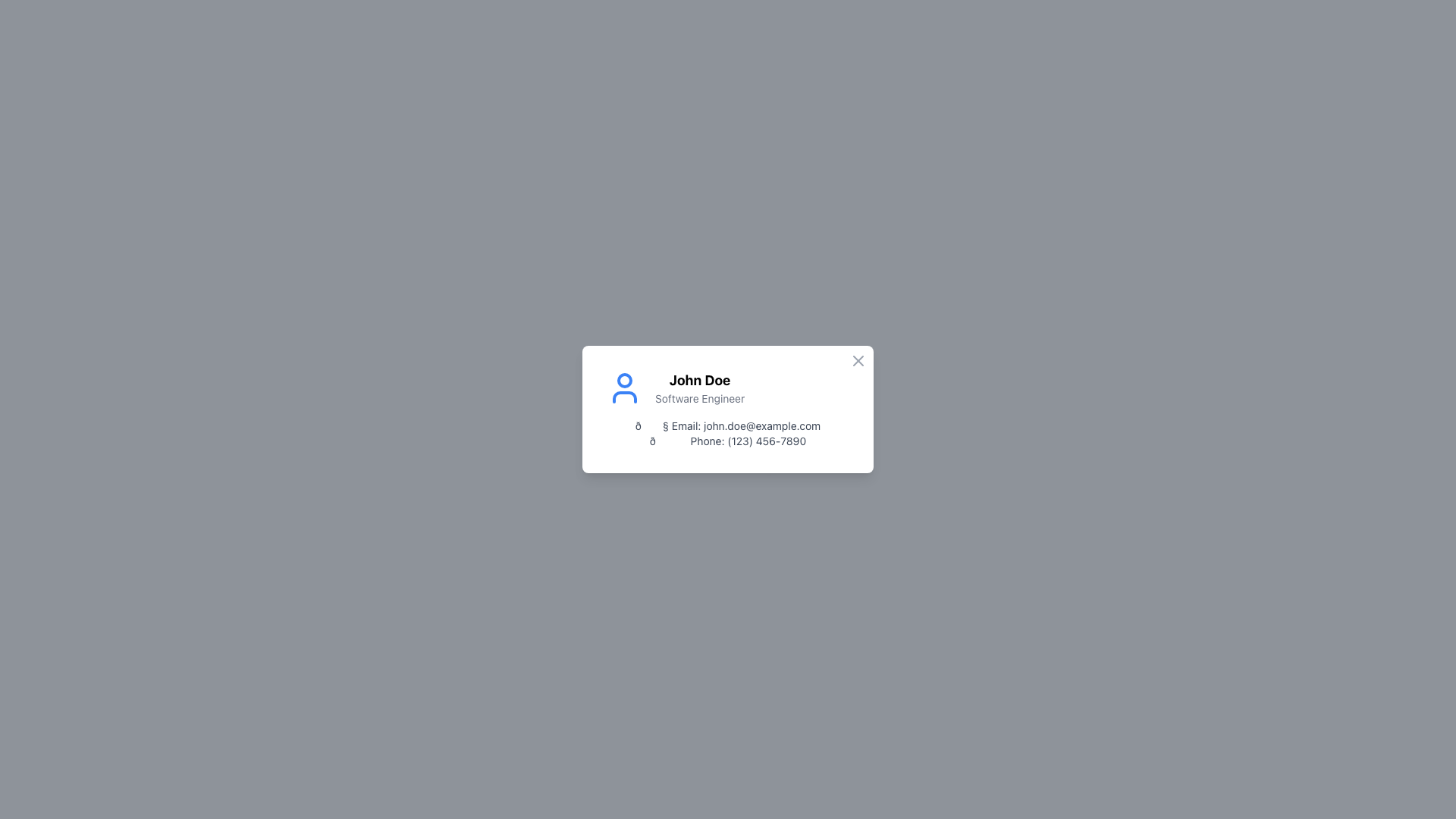 The width and height of the screenshot is (1456, 819). I want to click on the text label displaying the job title or role, located below the name 'John Doe' in the upper section of the card layout, so click(699, 397).